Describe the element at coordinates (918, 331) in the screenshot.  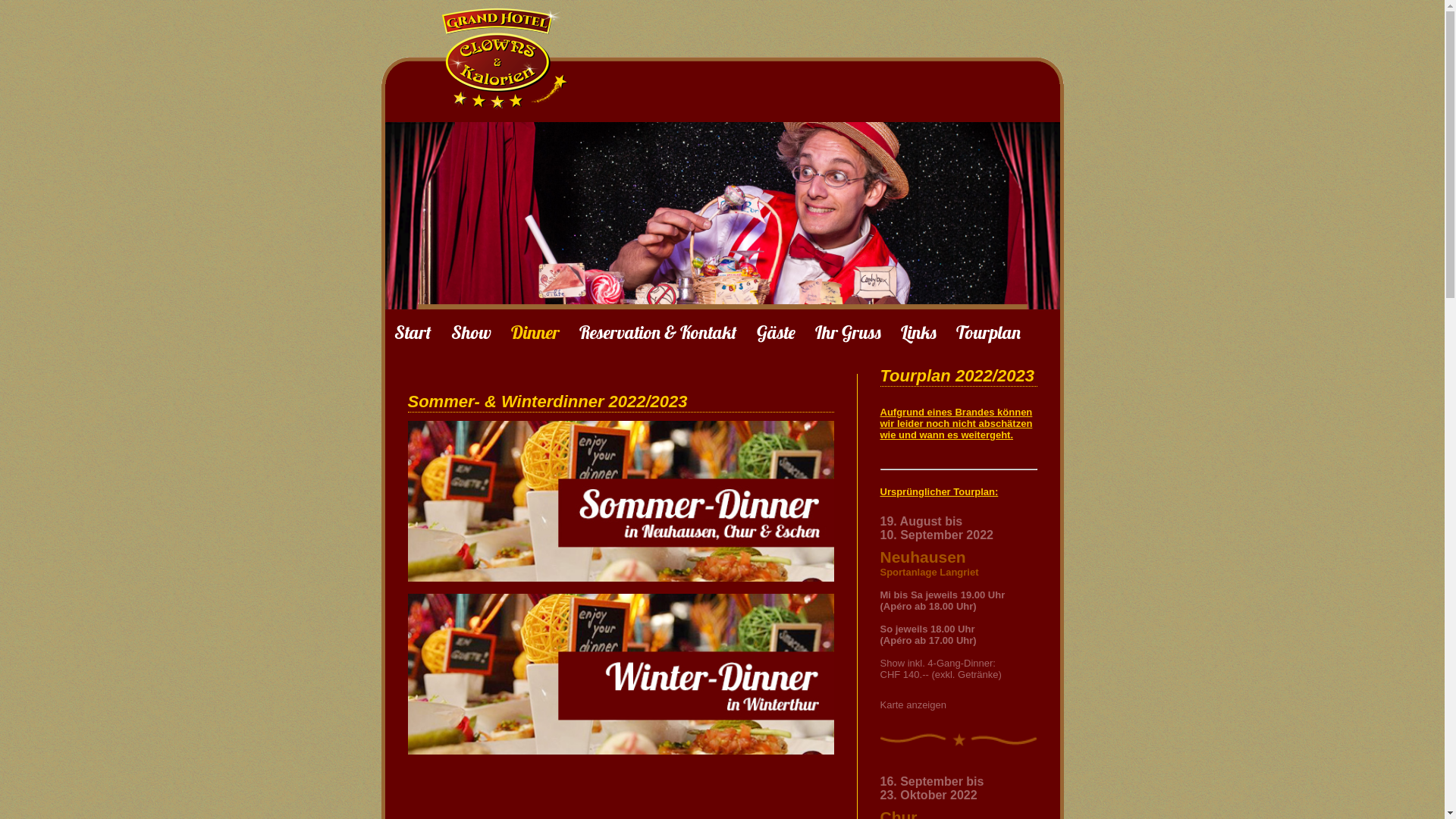
I see `'Links'` at that location.